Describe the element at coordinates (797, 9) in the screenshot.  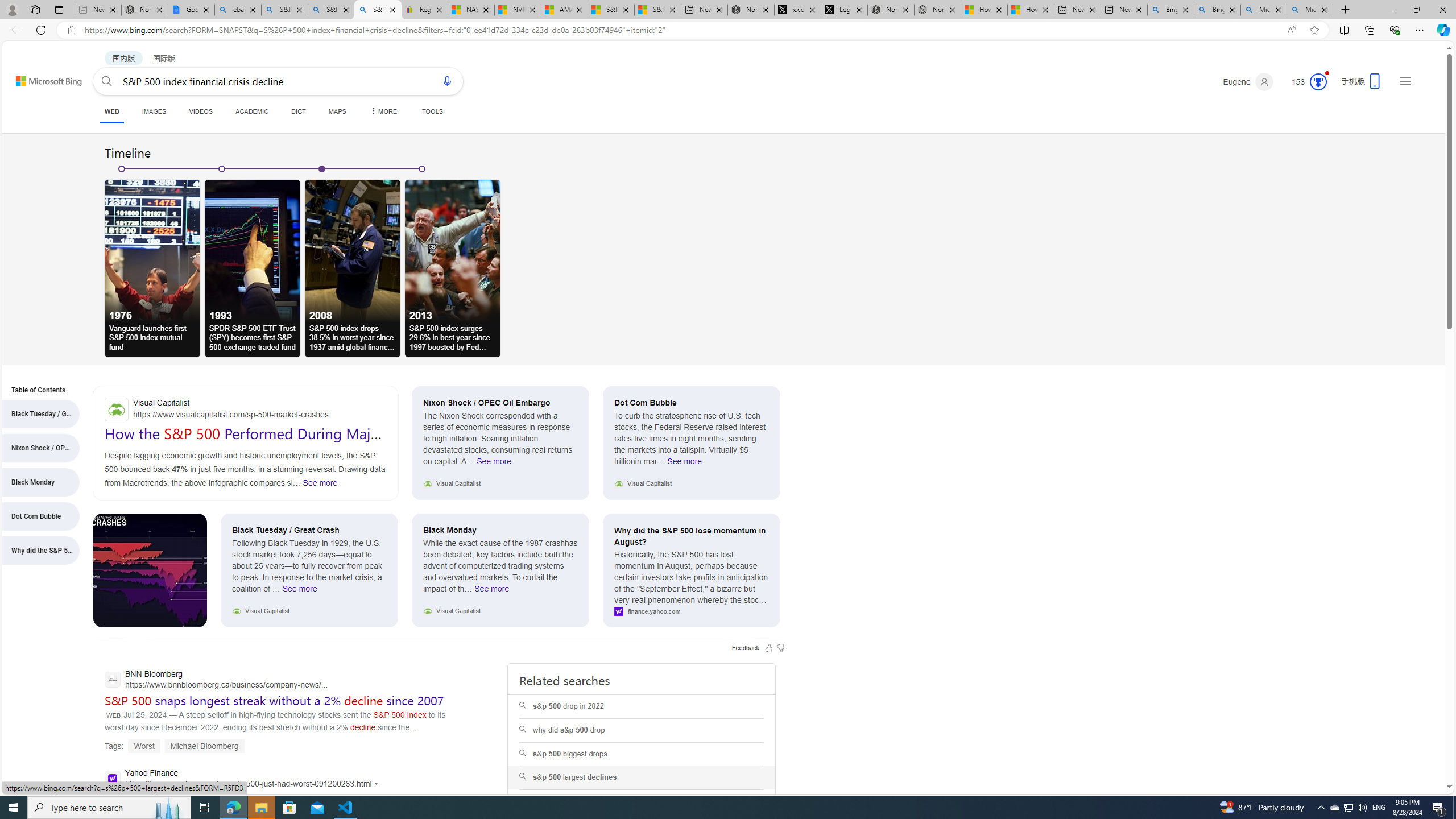
I see `'x.com/NordaceOfficial'` at that location.